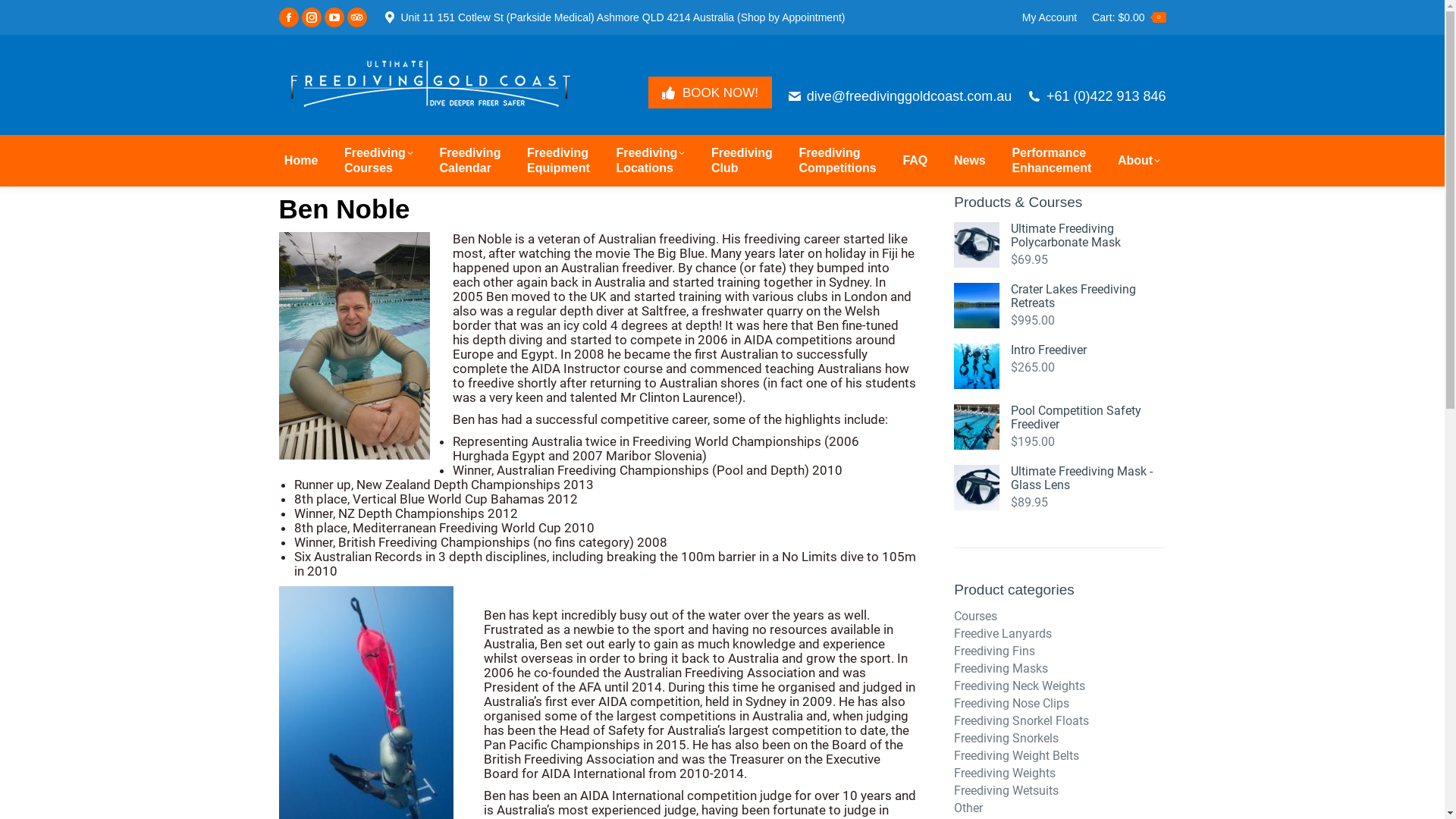 The height and width of the screenshot is (819, 1456). What do you see at coordinates (1087, 350) in the screenshot?
I see `'Intro Freediver'` at bounding box center [1087, 350].